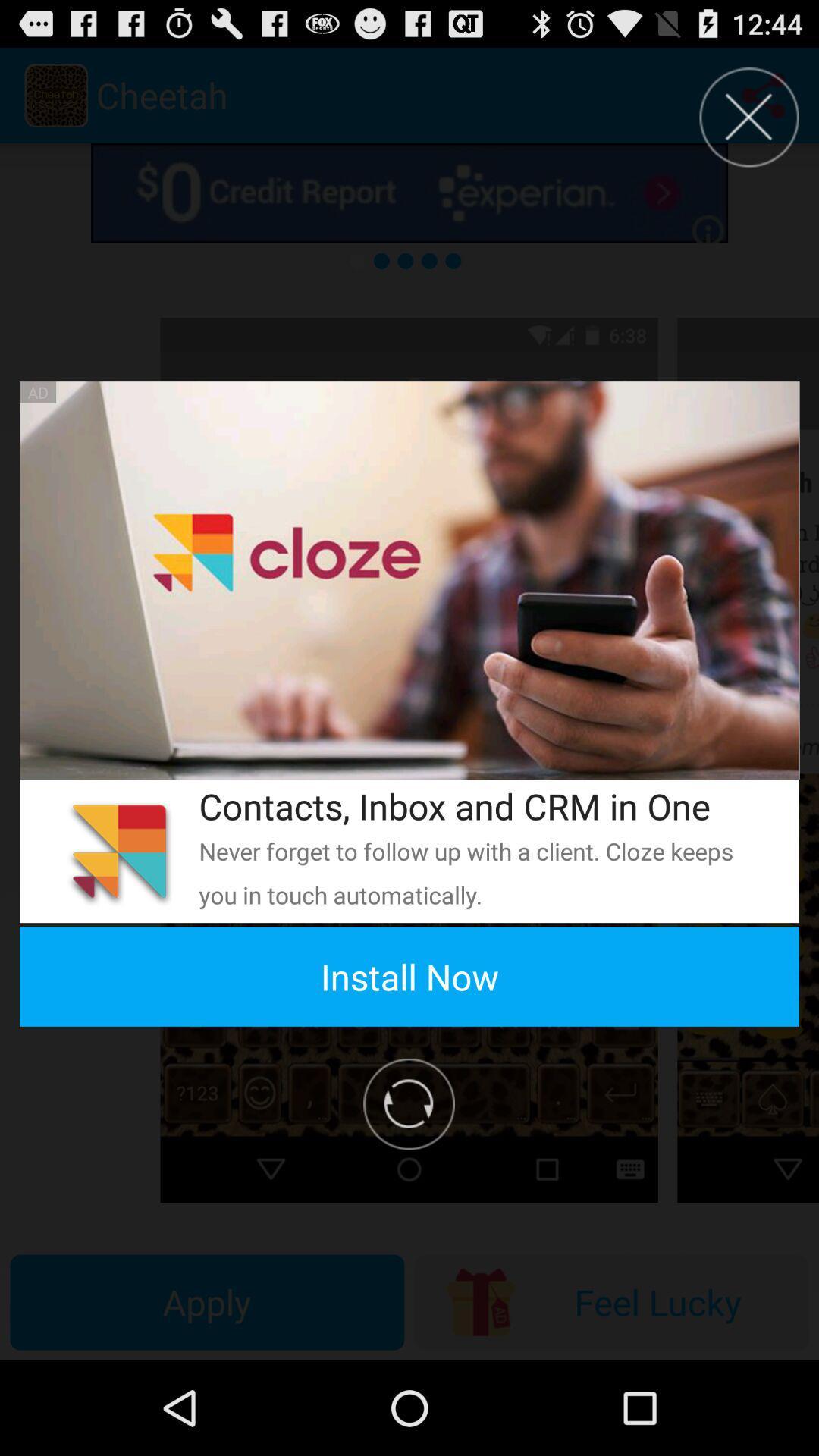 This screenshot has width=819, height=1456. Describe the element at coordinates (479, 873) in the screenshot. I see `item below the contacts inbox and app` at that location.